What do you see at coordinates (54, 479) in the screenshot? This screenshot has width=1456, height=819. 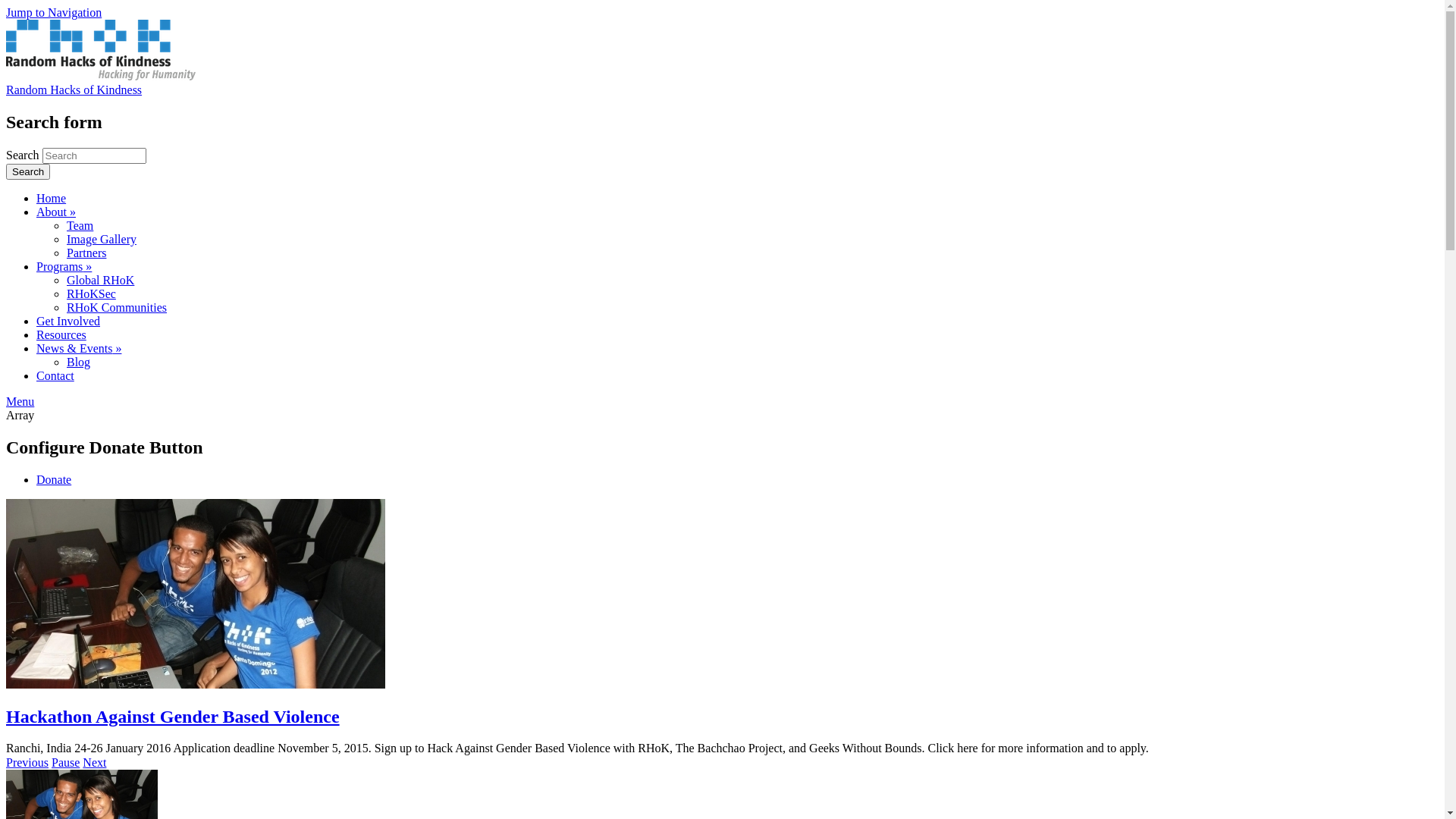 I see `'Donate'` at bounding box center [54, 479].